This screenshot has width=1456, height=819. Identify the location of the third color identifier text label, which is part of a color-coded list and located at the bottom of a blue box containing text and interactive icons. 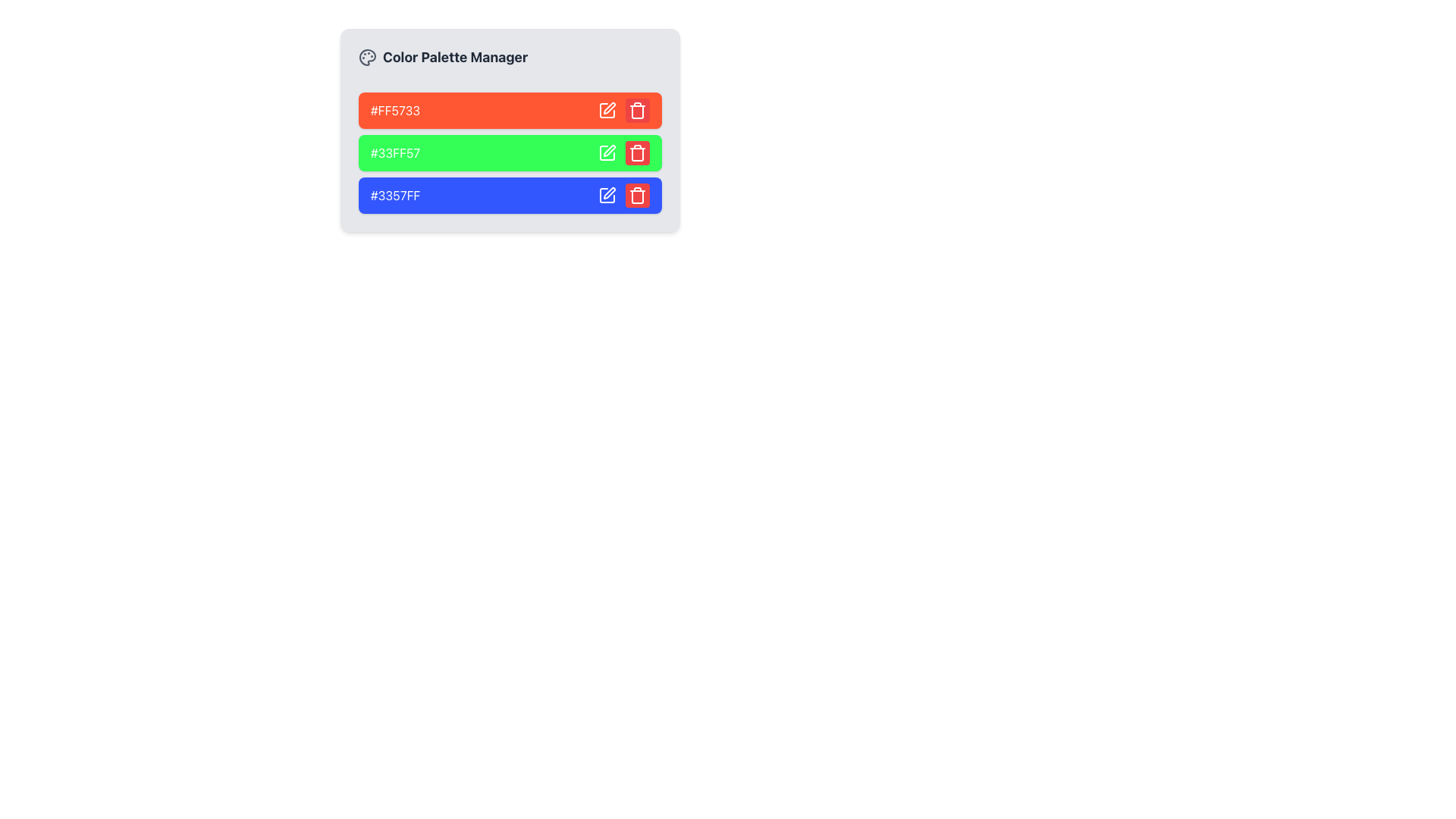
(395, 195).